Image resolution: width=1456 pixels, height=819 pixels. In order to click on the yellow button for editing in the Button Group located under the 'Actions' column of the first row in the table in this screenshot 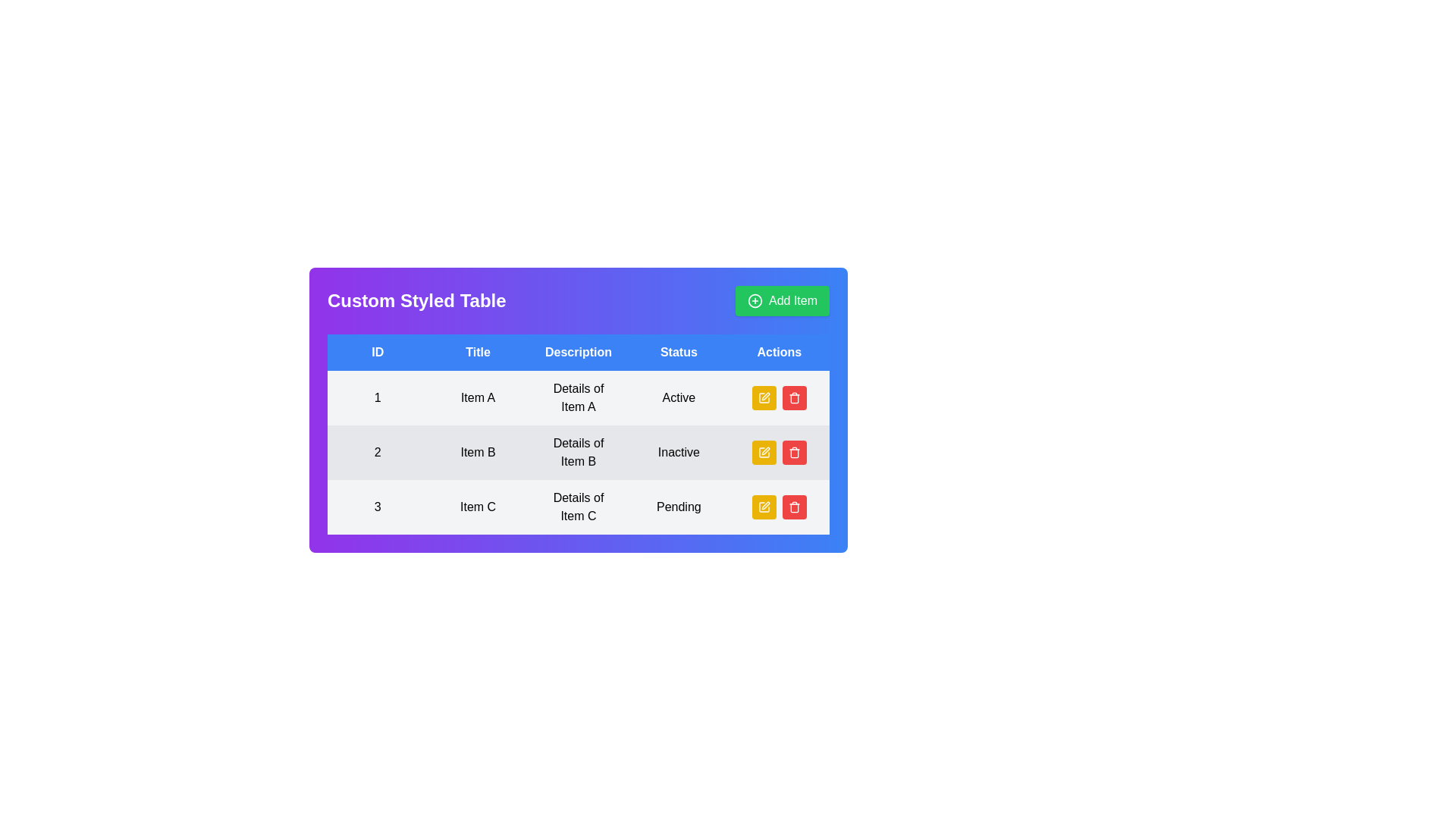, I will do `click(779, 397)`.